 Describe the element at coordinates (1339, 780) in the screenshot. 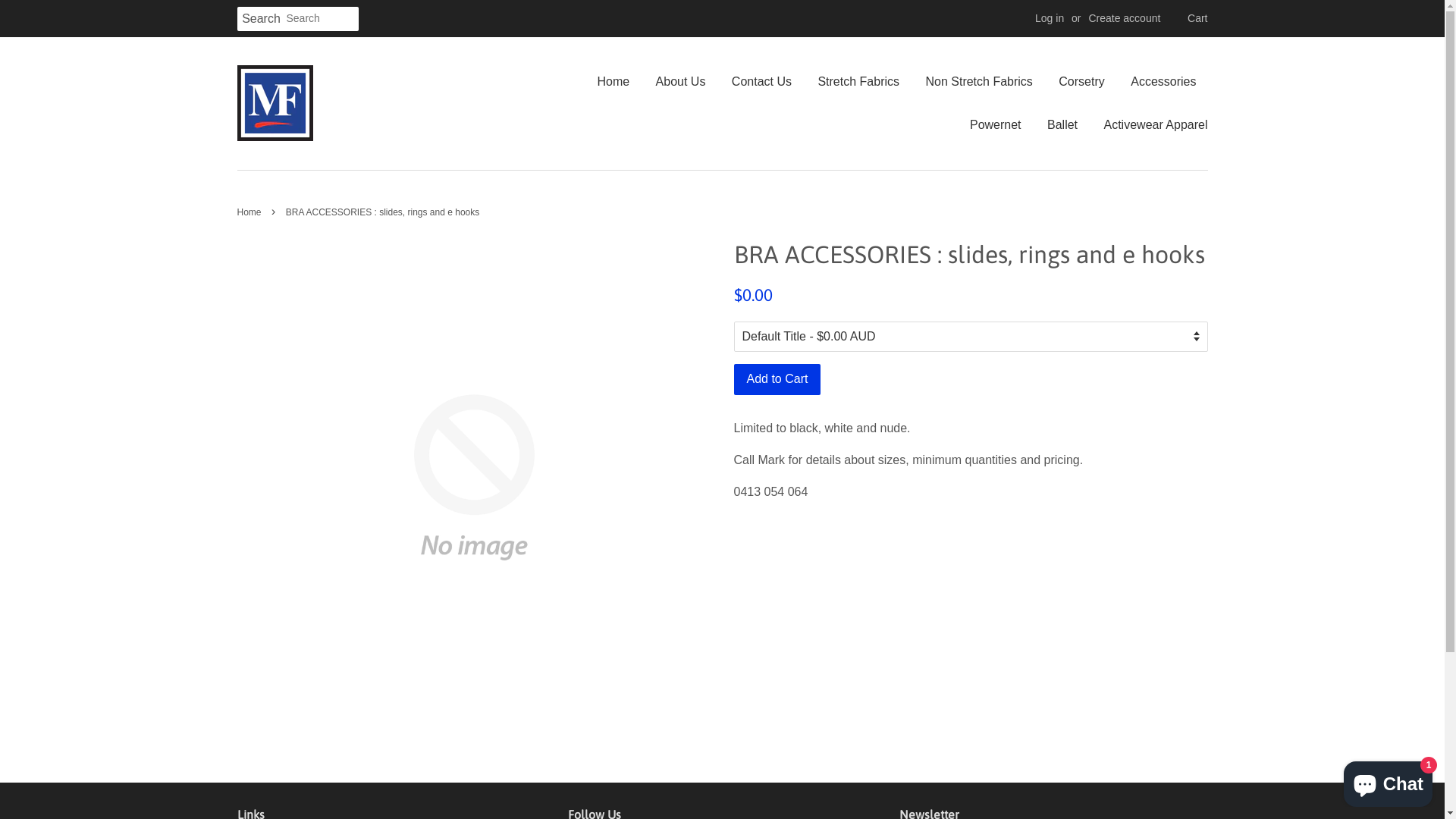

I see `'Shopify online store chat'` at that location.